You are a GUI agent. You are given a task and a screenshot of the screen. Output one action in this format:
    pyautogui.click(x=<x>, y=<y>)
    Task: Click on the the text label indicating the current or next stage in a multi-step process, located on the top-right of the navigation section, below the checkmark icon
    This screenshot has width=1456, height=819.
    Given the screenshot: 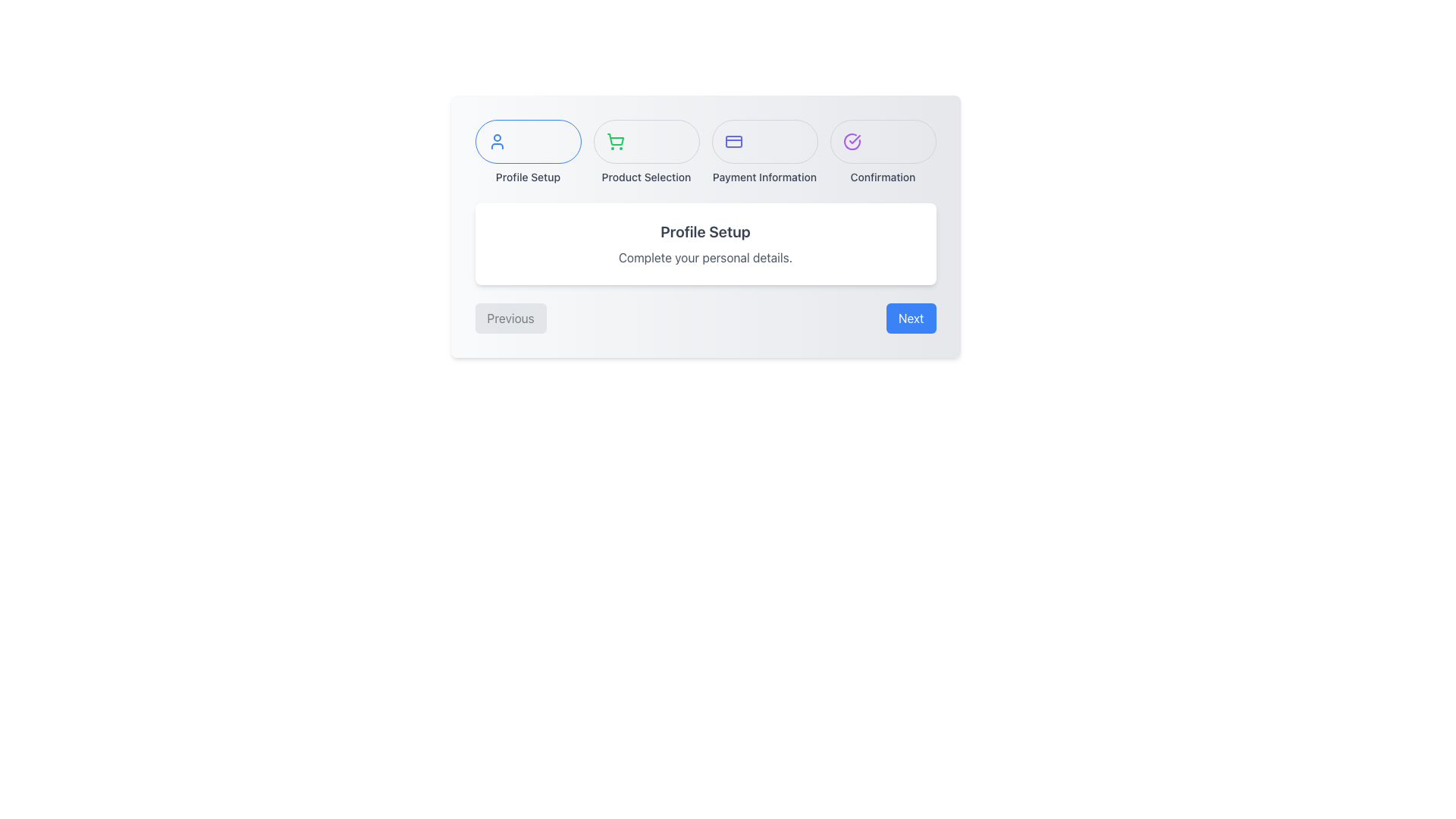 What is the action you would take?
    pyautogui.click(x=883, y=177)
    